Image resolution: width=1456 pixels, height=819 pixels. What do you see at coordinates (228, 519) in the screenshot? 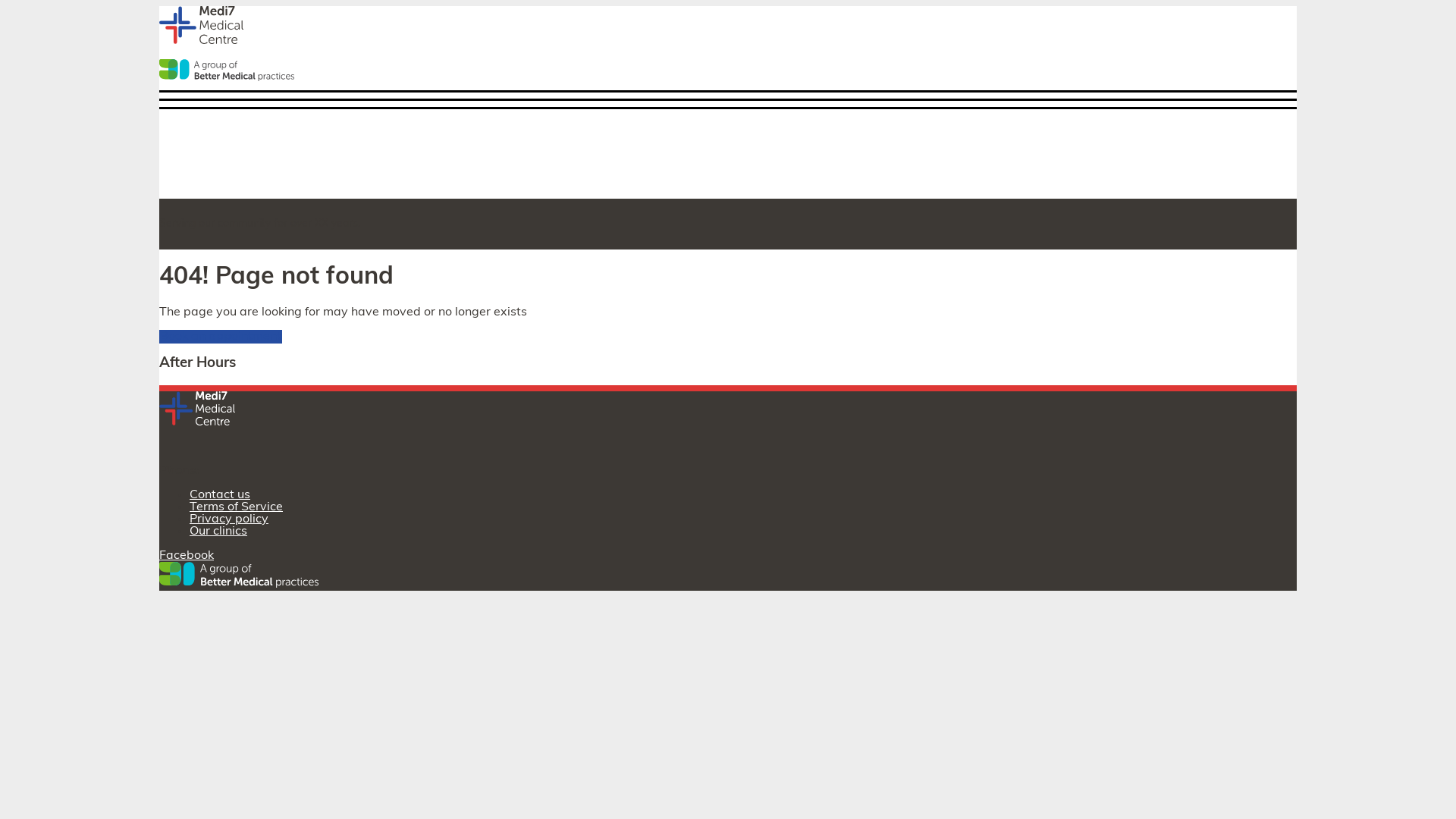
I see `'Privacy policy'` at bounding box center [228, 519].